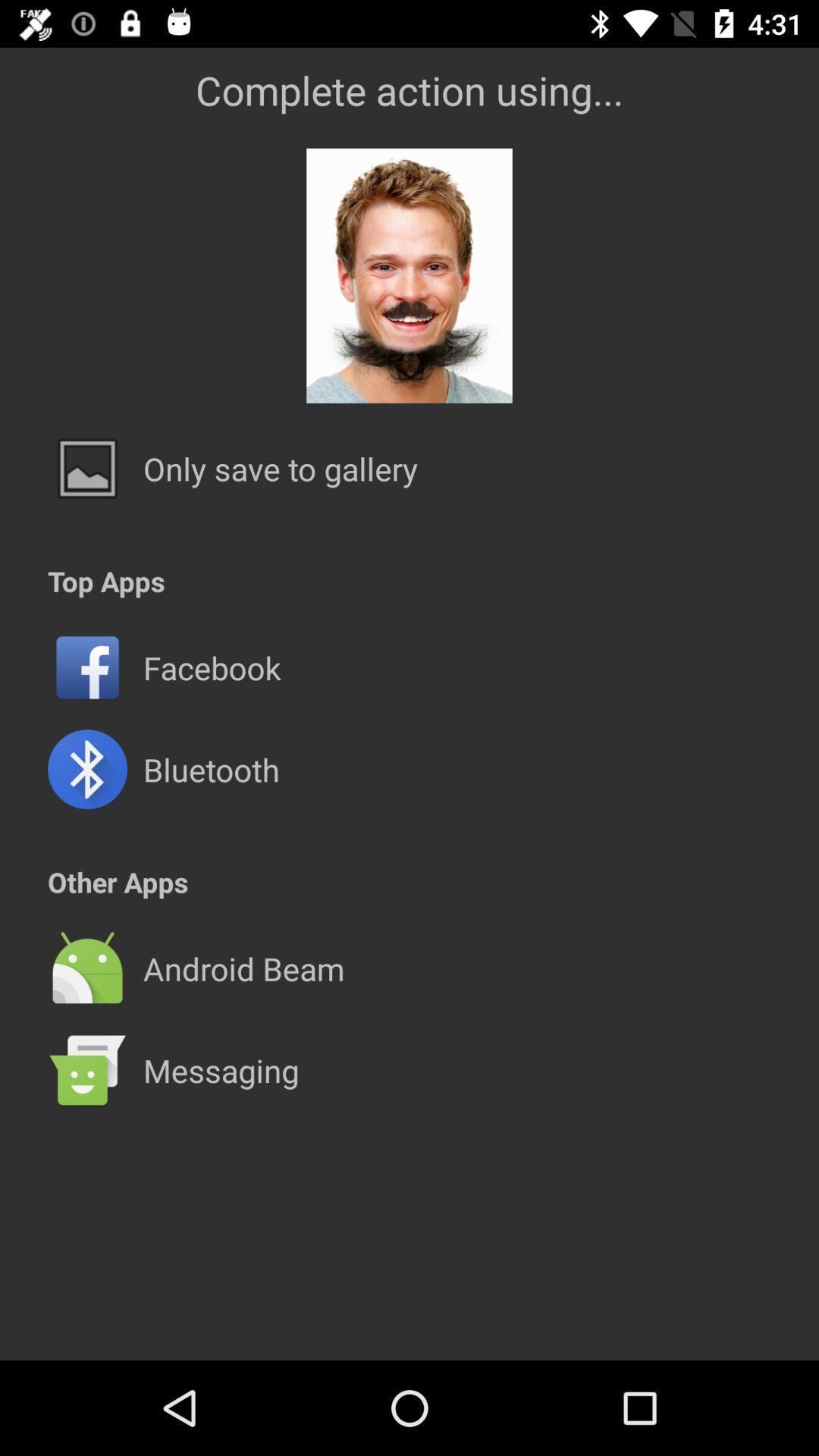  I want to click on other apps item, so click(117, 882).